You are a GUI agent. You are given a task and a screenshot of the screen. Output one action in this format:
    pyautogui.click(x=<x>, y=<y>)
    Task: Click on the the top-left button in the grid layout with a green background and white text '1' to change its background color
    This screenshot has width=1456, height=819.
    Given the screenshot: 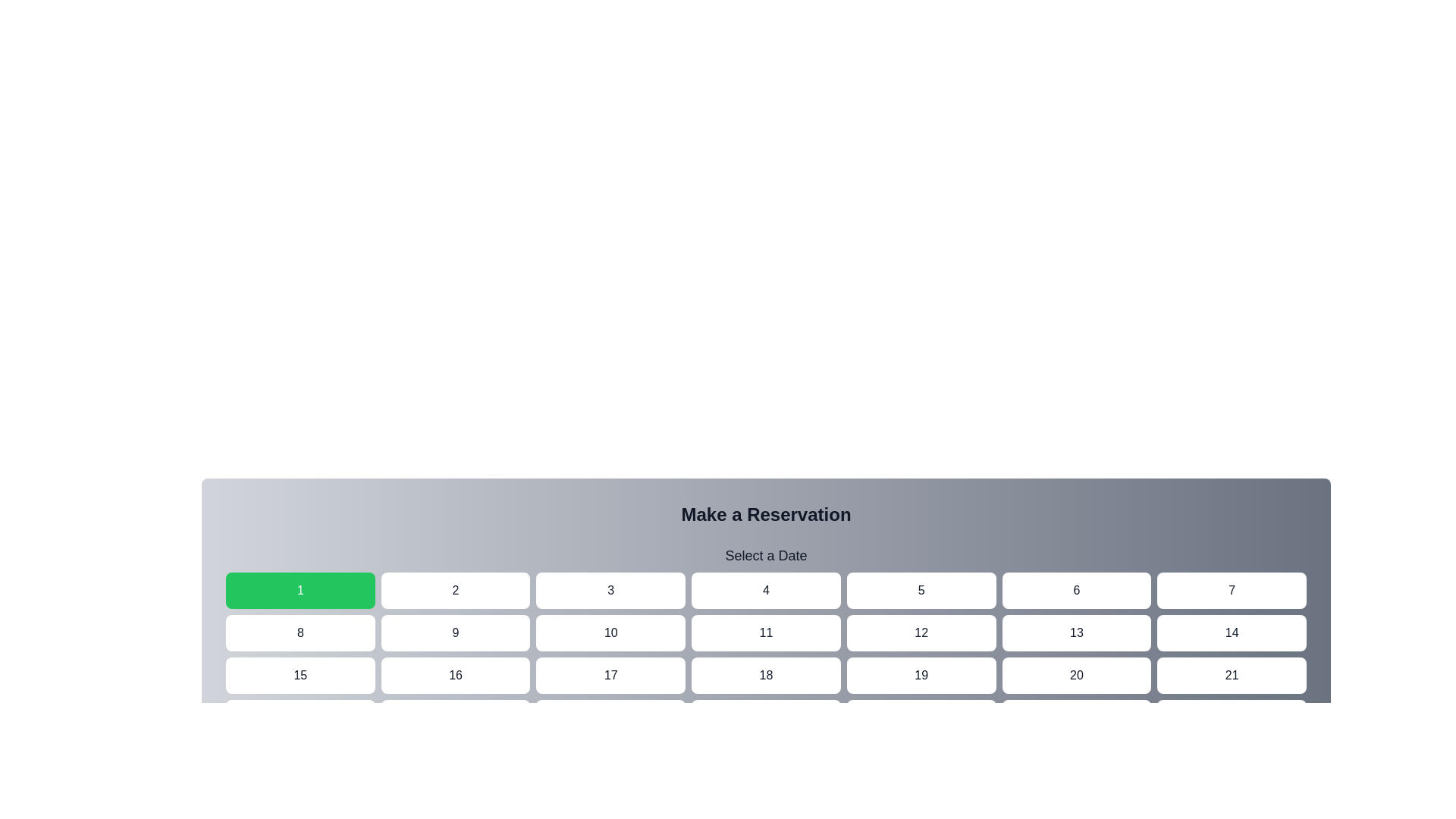 What is the action you would take?
    pyautogui.click(x=300, y=590)
    